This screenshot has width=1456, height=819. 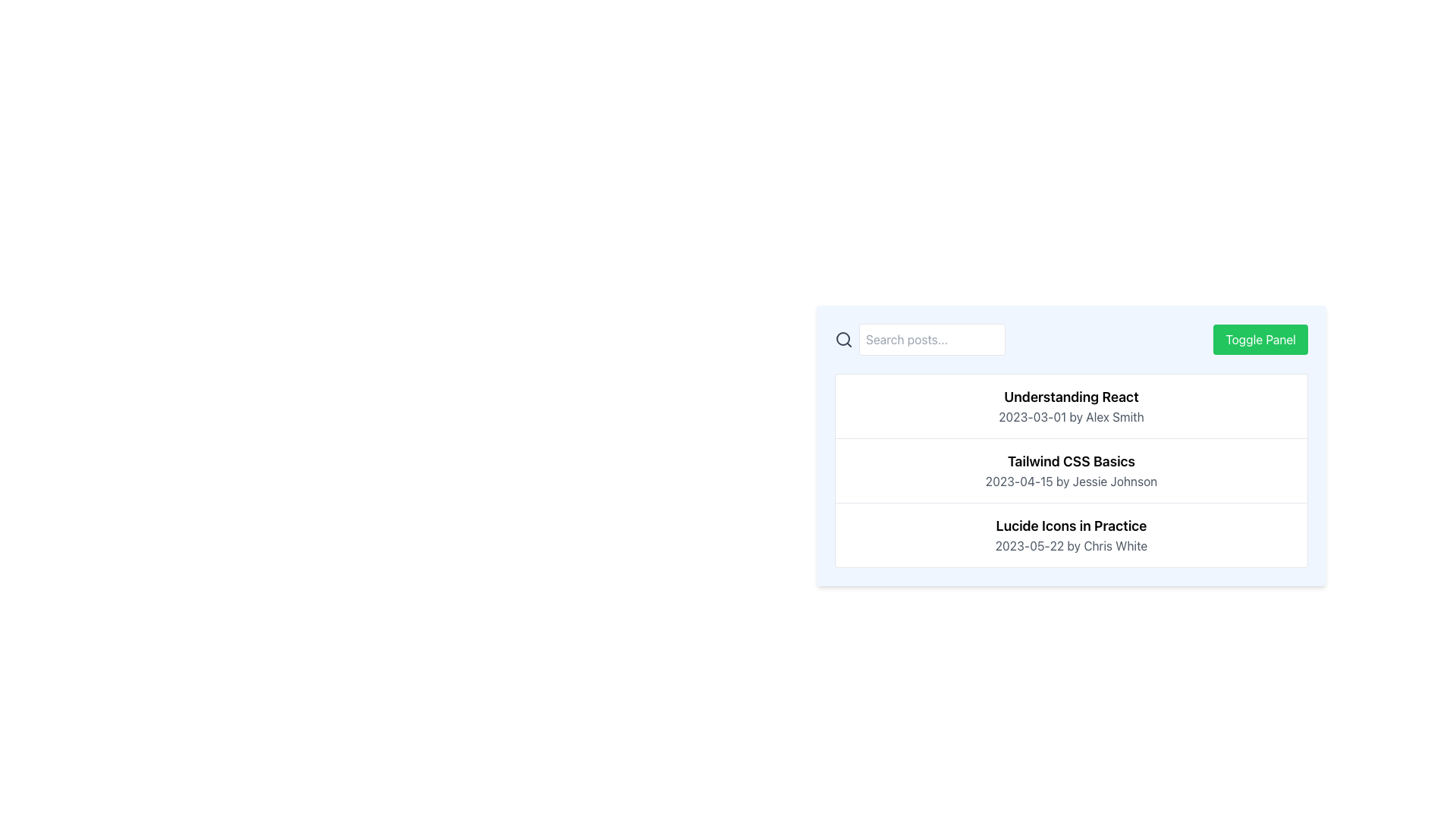 I want to click on text from the Text Label that provides the publication date and author of the content item, which is located beneath the title 'Lucide Icons in Practice', so click(x=1070, y=546).